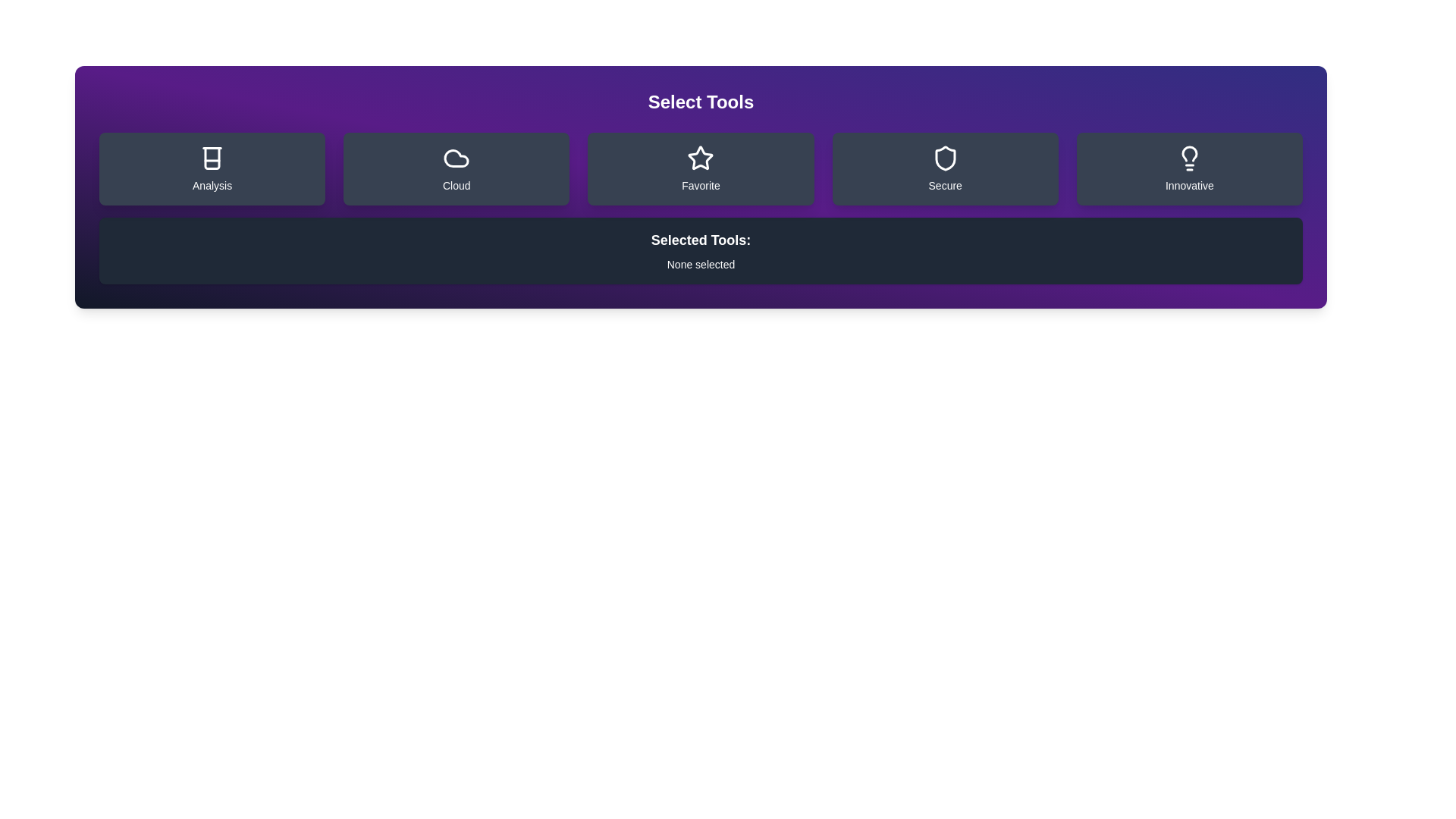 This screenshot has height=819, width=1456. Describe the element at coordinates (1188, 154) in the screenshot. I see `the graphical icon resembling a lightbulb located in the 'Innovative' tile, which is part of an interactive selection interface` at that location.